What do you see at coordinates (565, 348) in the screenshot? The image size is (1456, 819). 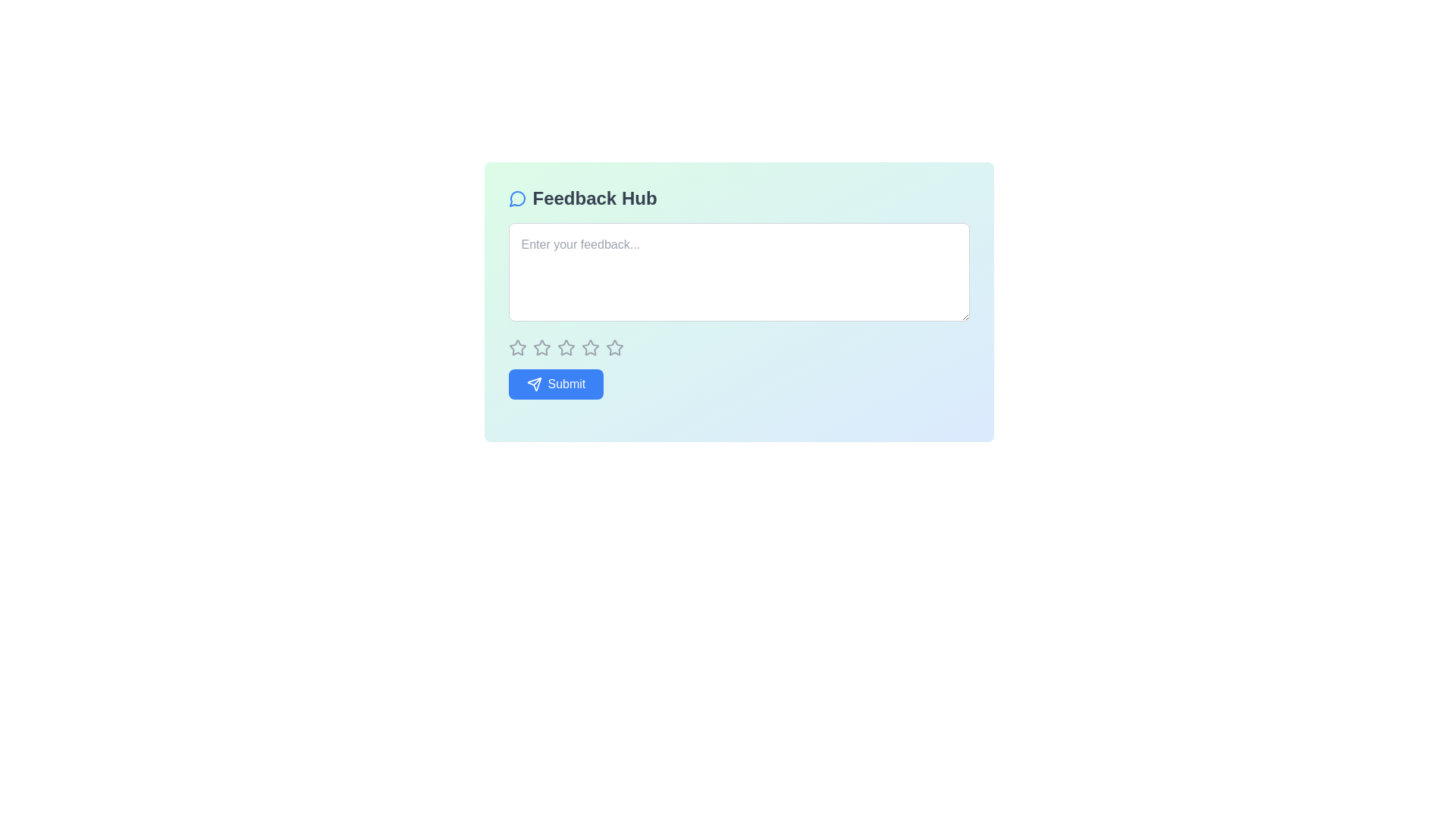 I see `the interactive star icon (third star in a row of five)` at bounding box center [565, 348].